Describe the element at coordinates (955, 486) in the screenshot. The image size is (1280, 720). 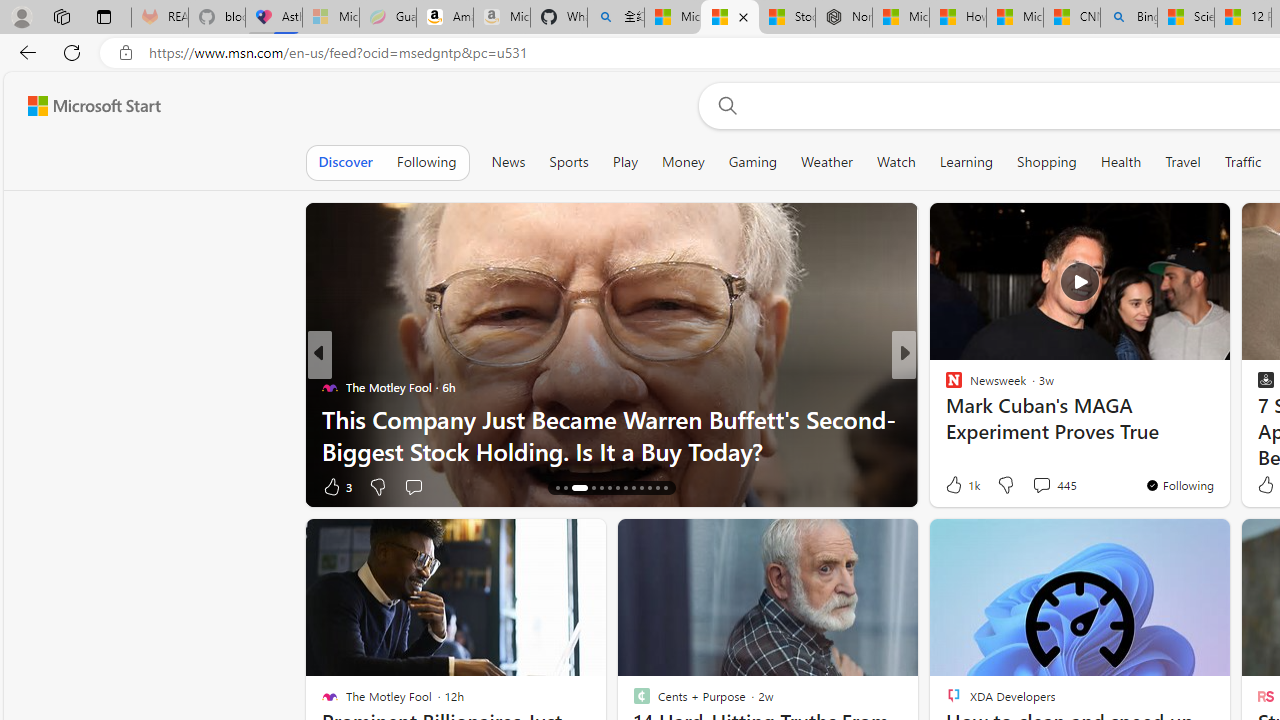
I see `'42 Like'` at that location.